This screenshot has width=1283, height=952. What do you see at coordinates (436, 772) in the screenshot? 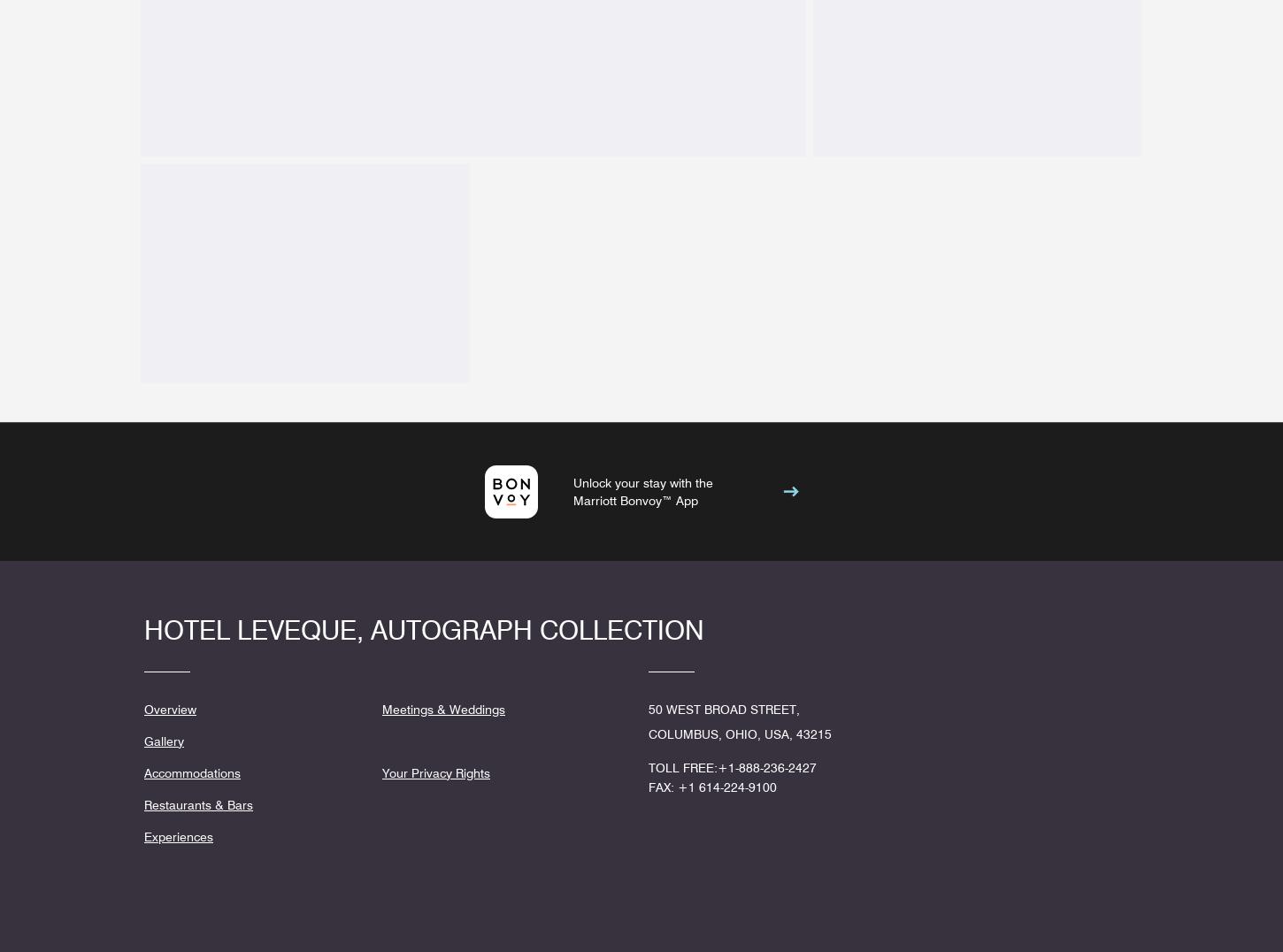
I see `'Your Privacy Rights'` at bounding box center [436, 772].